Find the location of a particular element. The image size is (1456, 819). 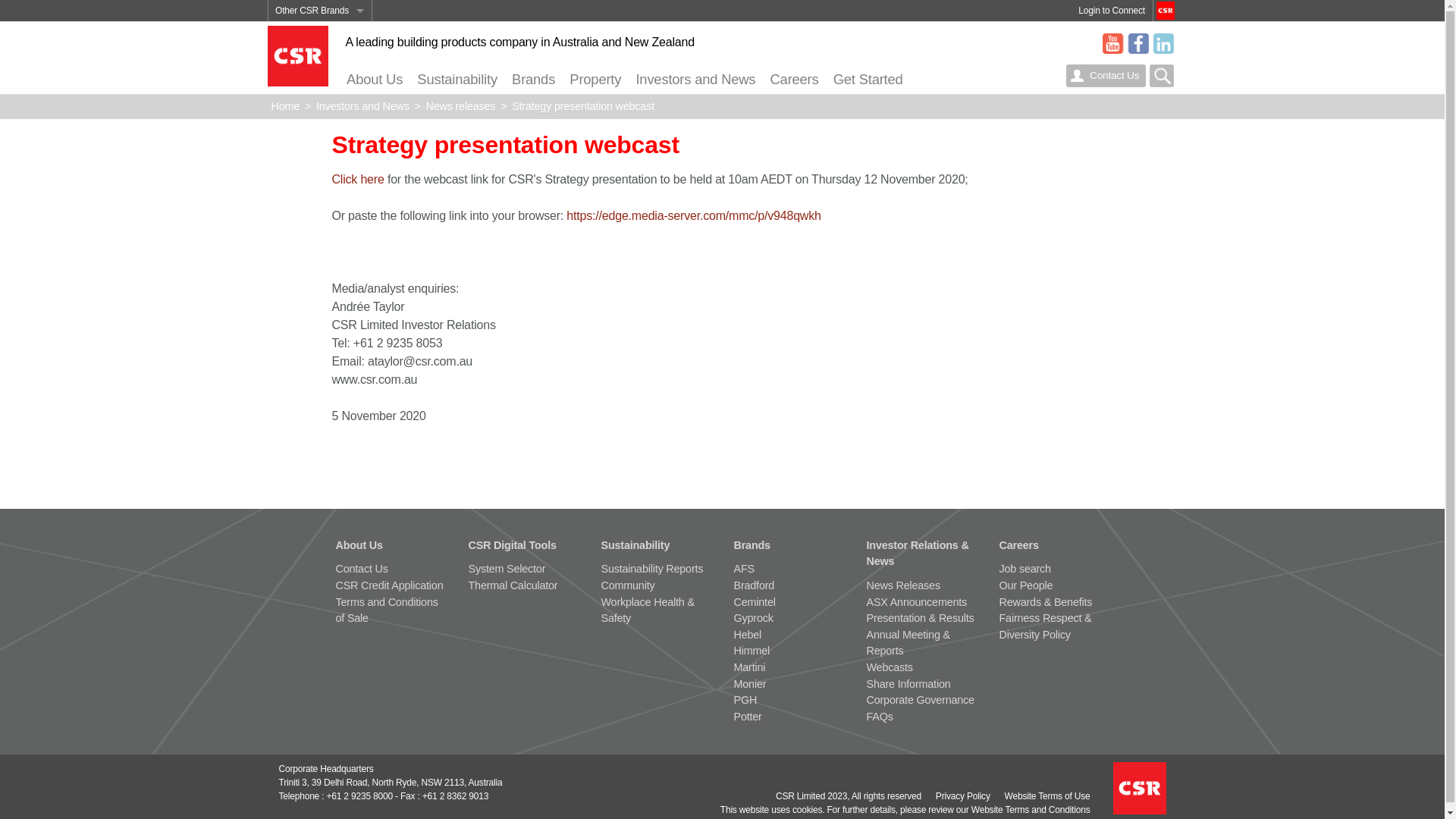

'Thermal Calculator' is located at coordinates (468, 584).